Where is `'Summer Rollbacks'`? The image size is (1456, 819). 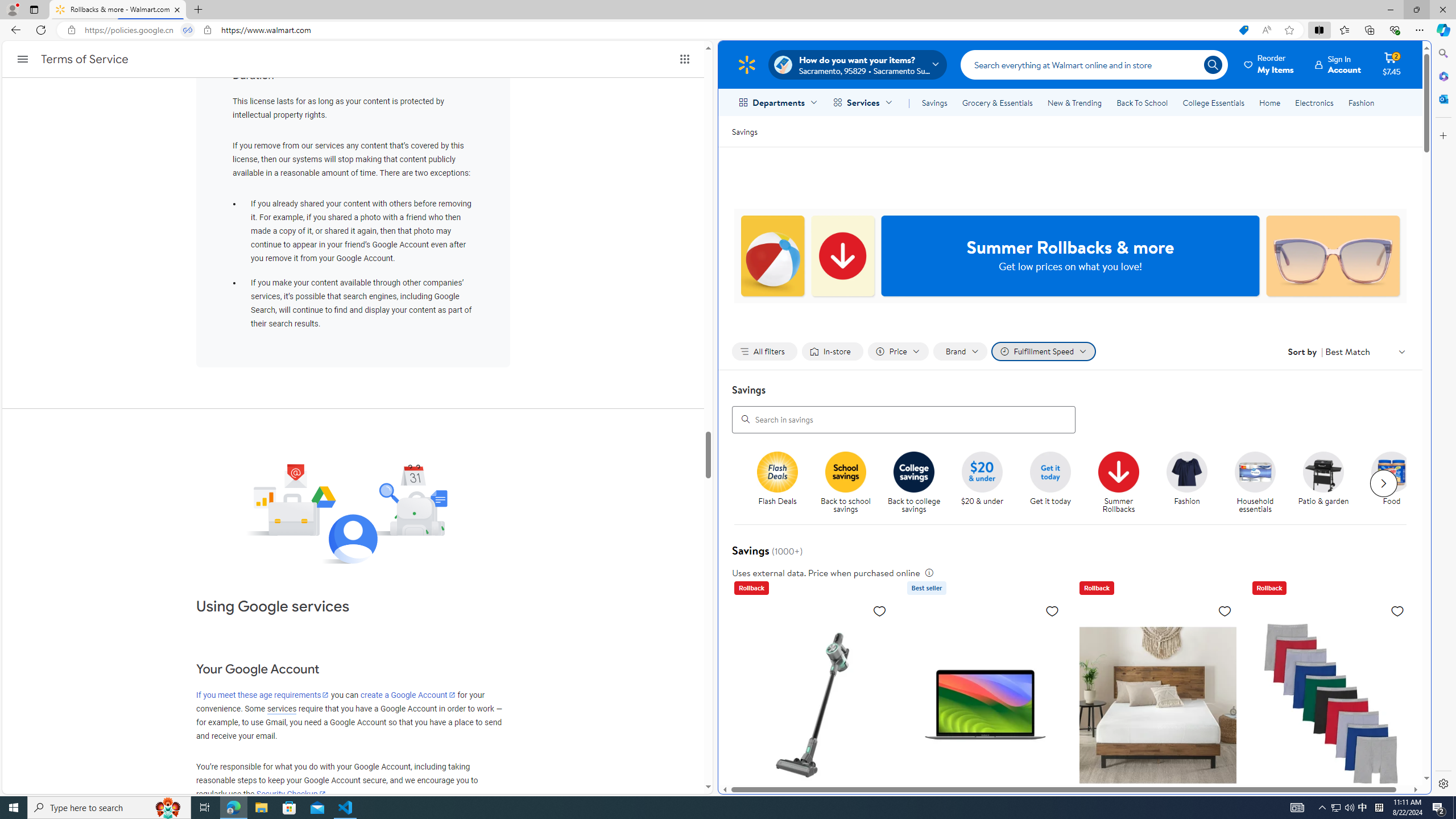 'Summer Rollbacks' is located at coordinates (1118, 471).